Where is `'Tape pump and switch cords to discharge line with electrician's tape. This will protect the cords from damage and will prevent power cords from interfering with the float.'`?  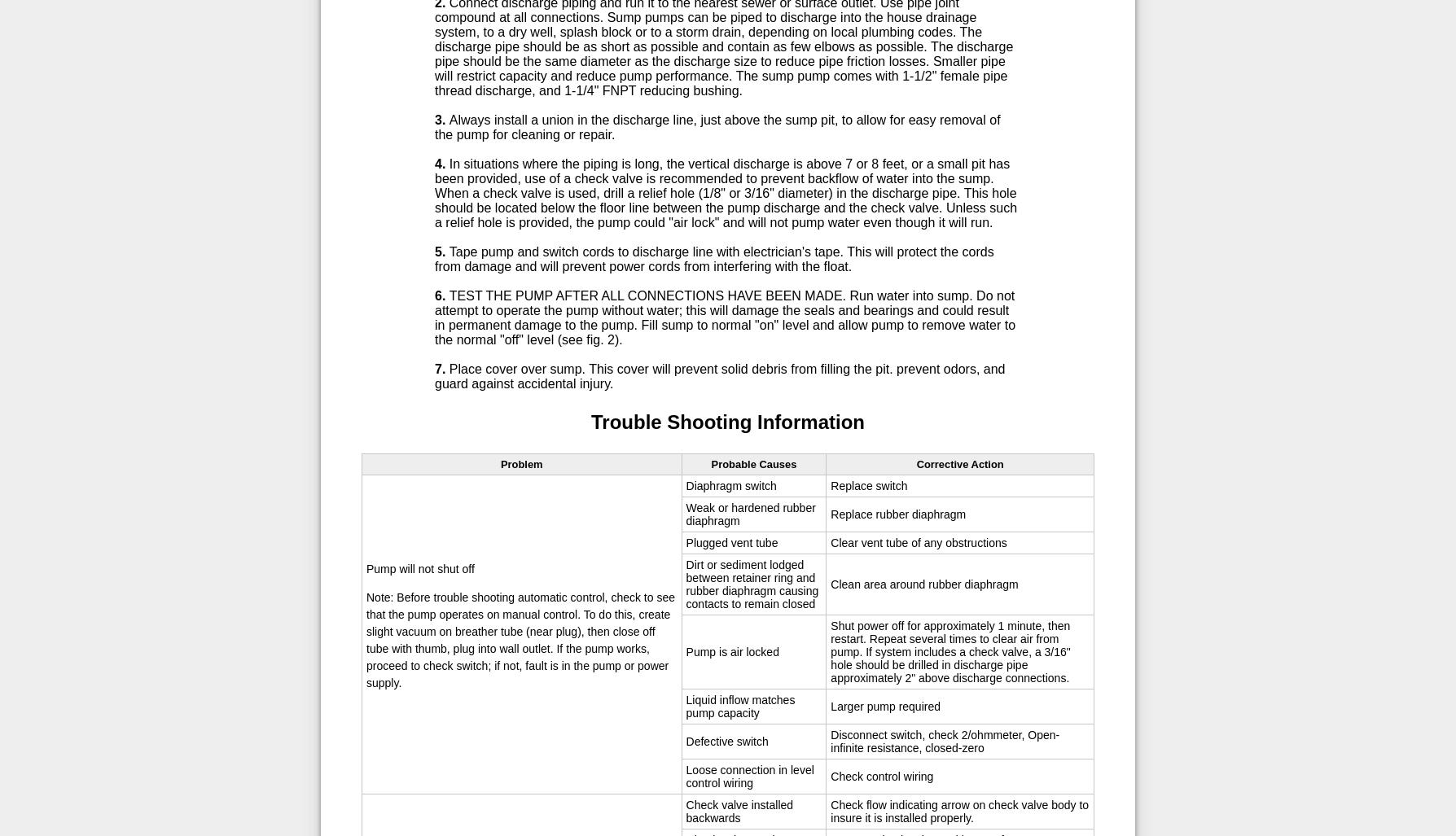 'Tape pump and switch cords to discharge line with electrician's tape. This will protect the cords from damage and will prevent power cords from interfering with the float.' is located at coordinates (713, 257).